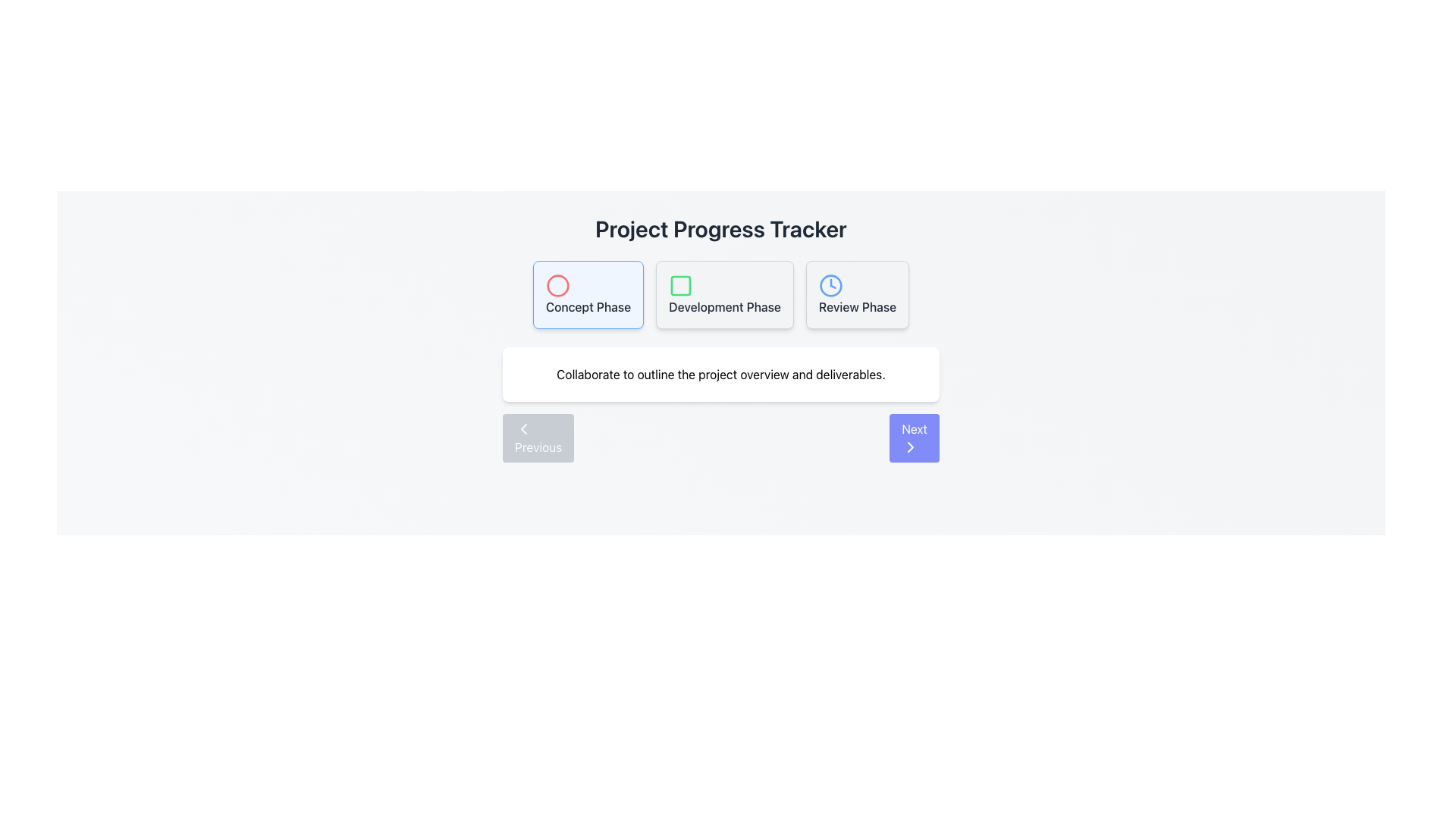 The image size is (1456, 819). Describe the element at coordinates (588, 307) in the screenshot. I see `the text label indicating the current phase in the project progress tracker, which is positioned centrally at the top of the interface and is the first item among similar containers` at that location.